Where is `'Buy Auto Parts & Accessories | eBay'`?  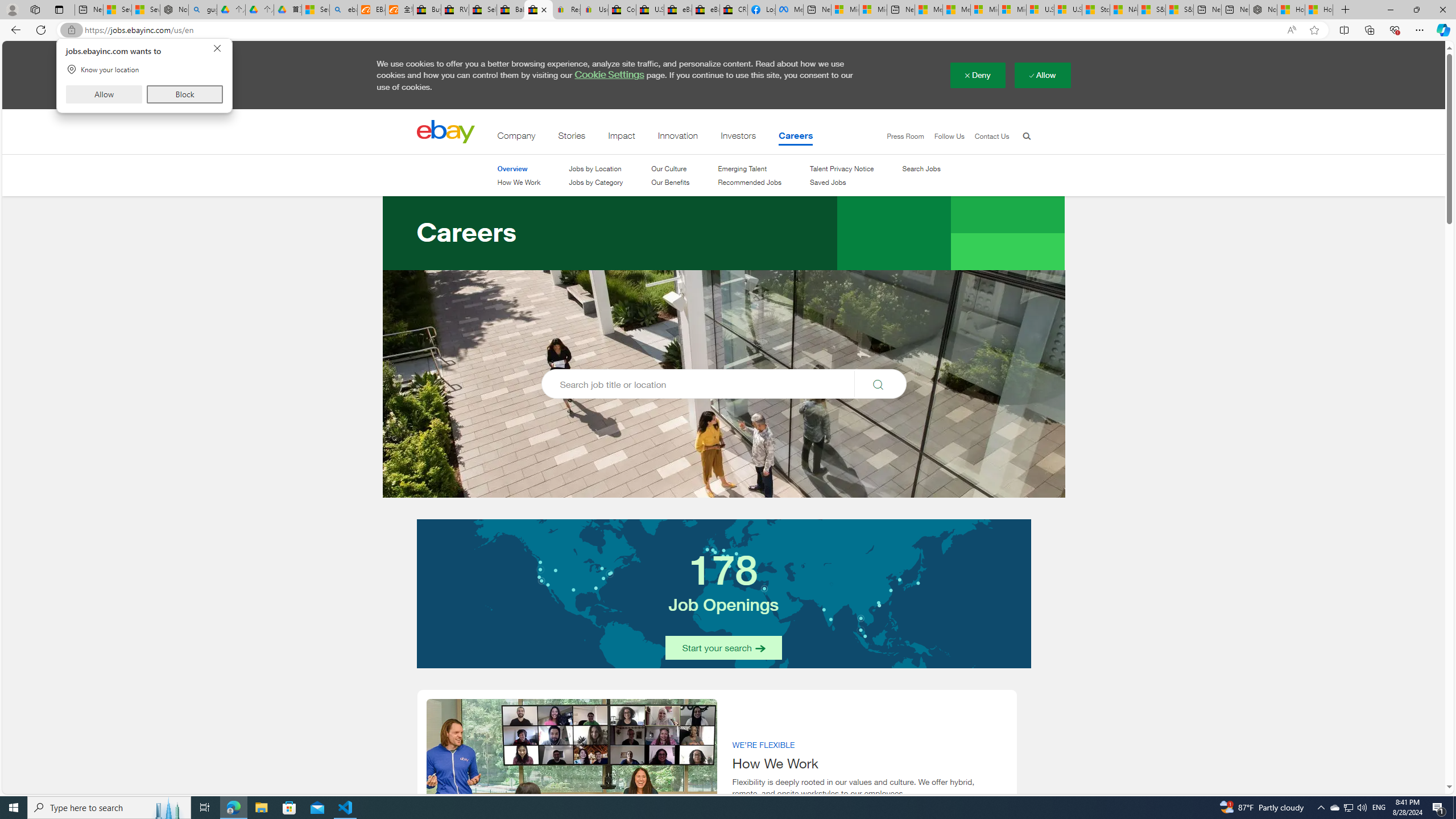 'Buy Auto Parts & Accessories | eBay' is located at coordinates (427, 9).